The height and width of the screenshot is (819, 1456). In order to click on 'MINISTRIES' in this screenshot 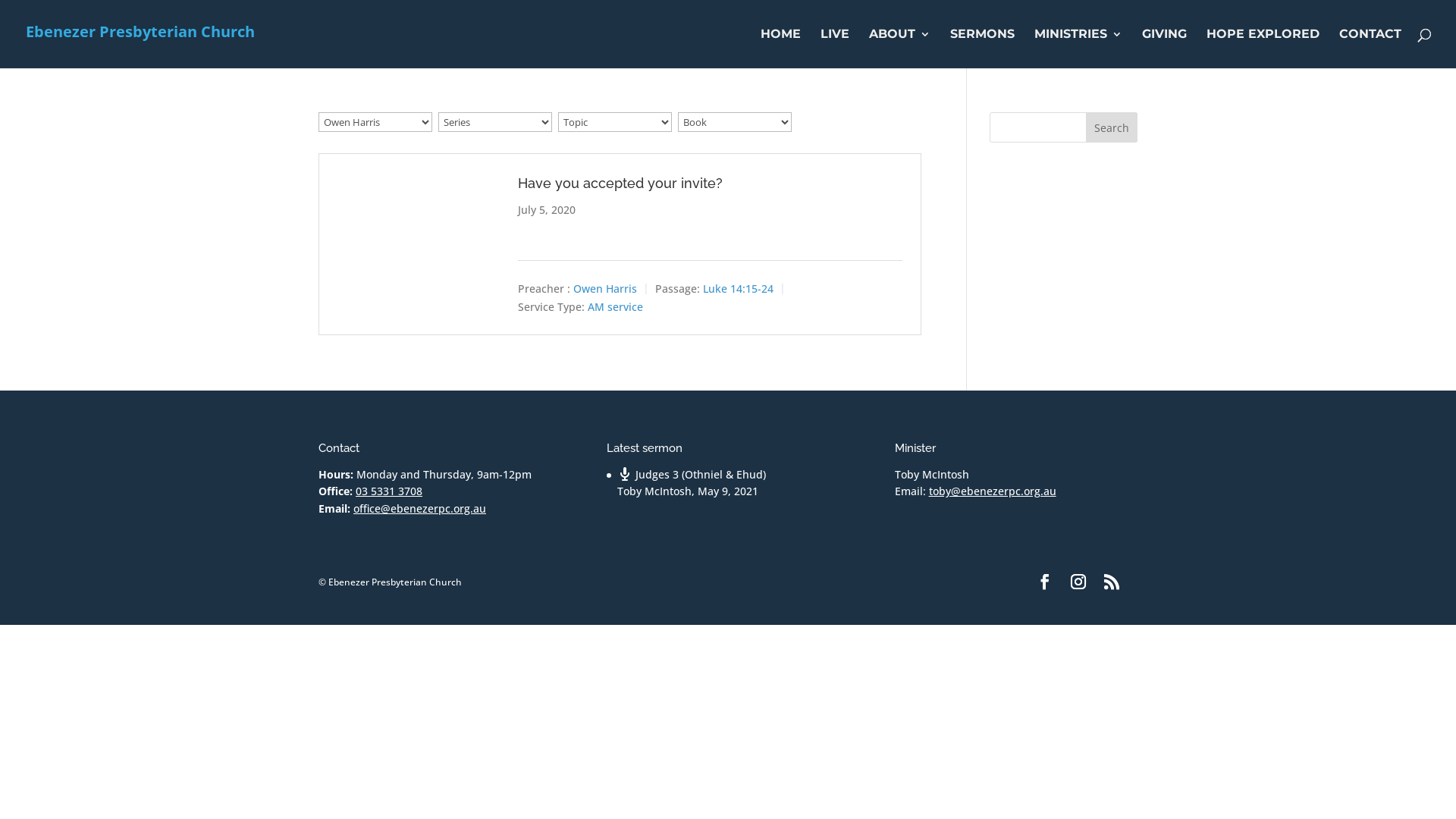, I will do `click(1033, 48)`.